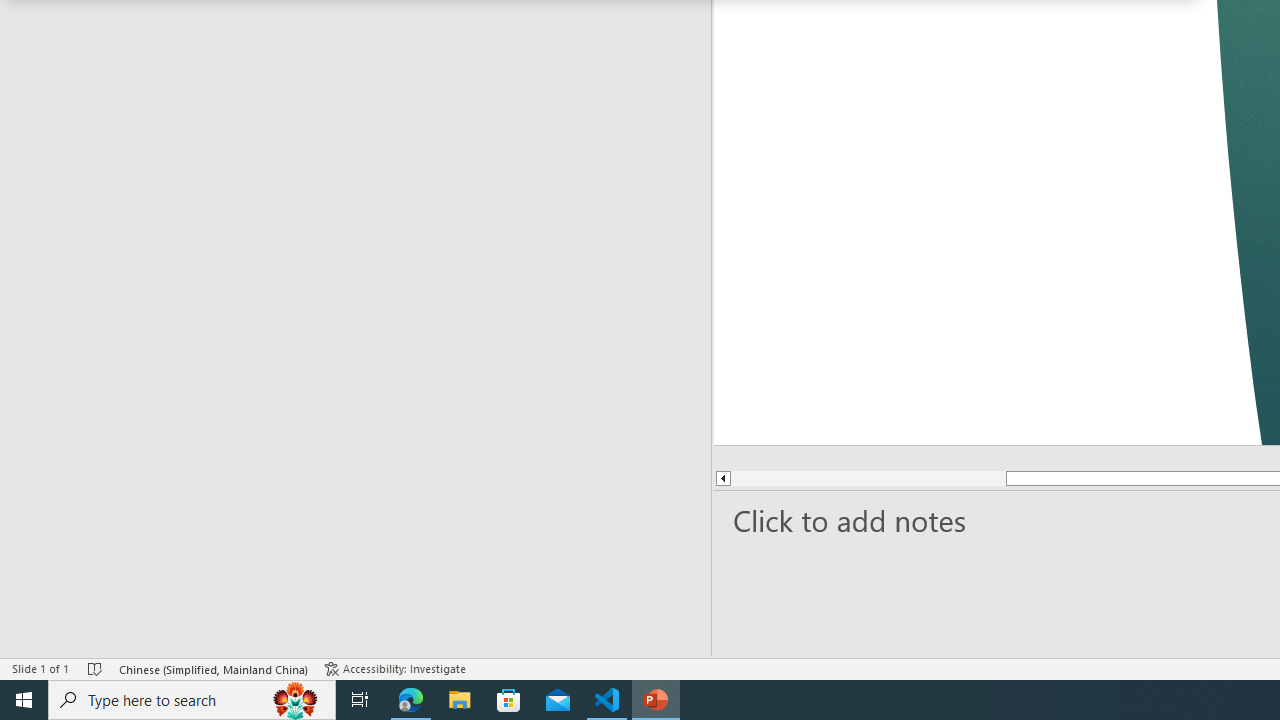 The width and height of the screenshot is (1280, 720). What do you see at coordinates (656, 698) in the screenshot?
I see `'PowerPoint - 1 running window'` at bounding box center [656, 698].